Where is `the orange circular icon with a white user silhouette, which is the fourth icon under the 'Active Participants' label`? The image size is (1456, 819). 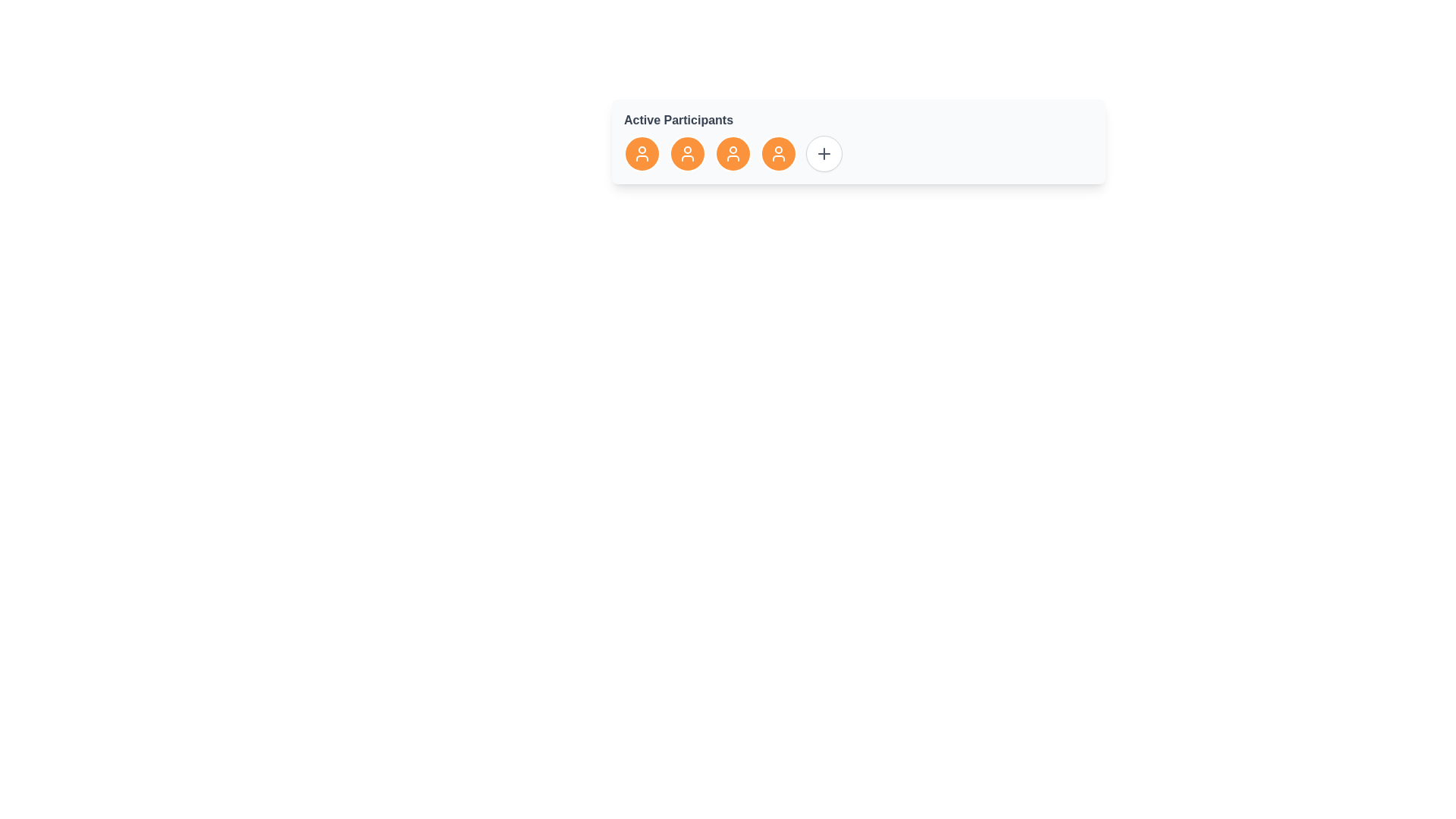 the orange circular icon with a white user silhouette, which is the fourth icon under the 'Active Participants' label is located at coordinates (779, 154).